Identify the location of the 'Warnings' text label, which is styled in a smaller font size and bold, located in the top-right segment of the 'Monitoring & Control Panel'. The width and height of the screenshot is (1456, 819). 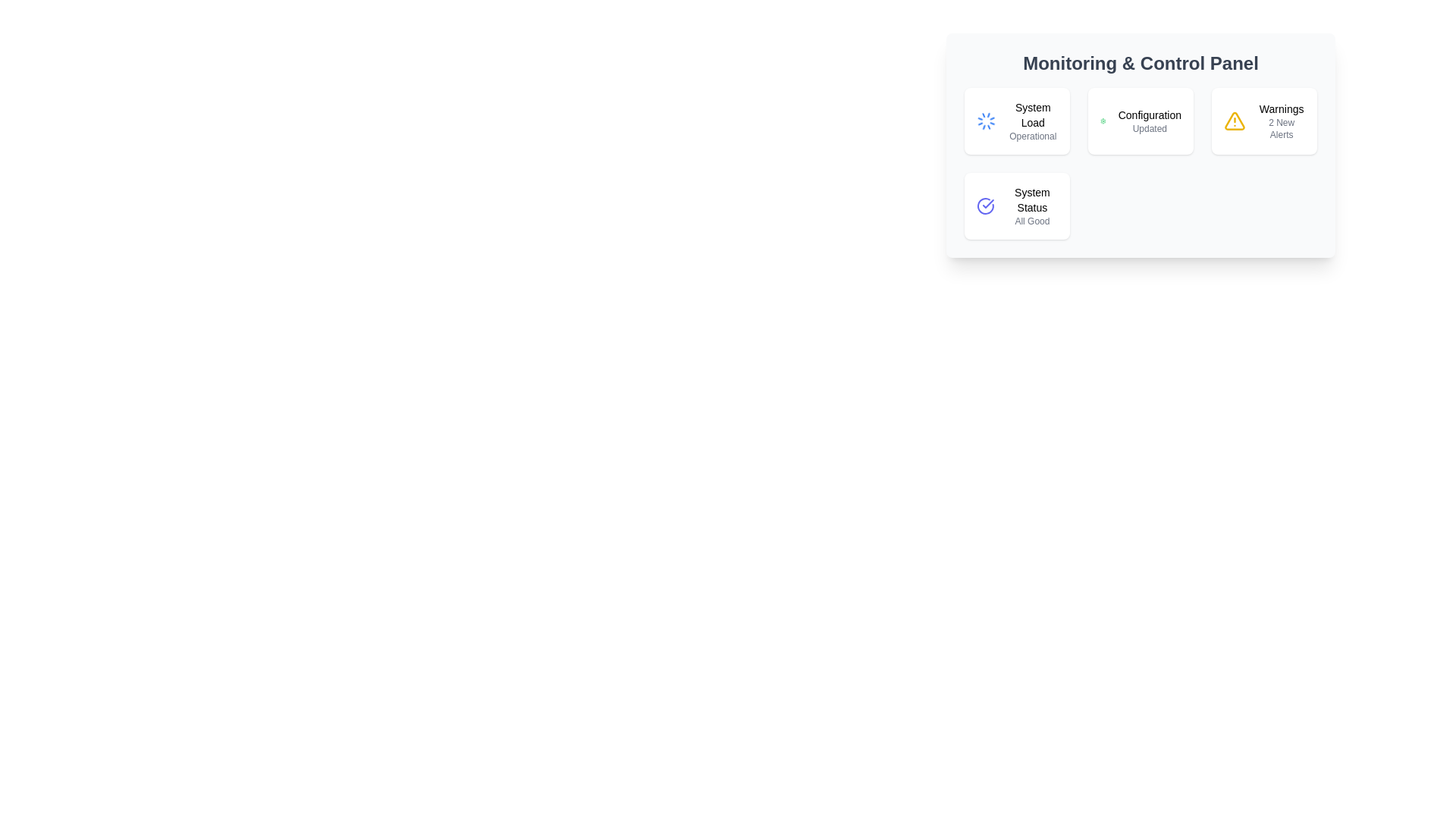
(1281, 108).